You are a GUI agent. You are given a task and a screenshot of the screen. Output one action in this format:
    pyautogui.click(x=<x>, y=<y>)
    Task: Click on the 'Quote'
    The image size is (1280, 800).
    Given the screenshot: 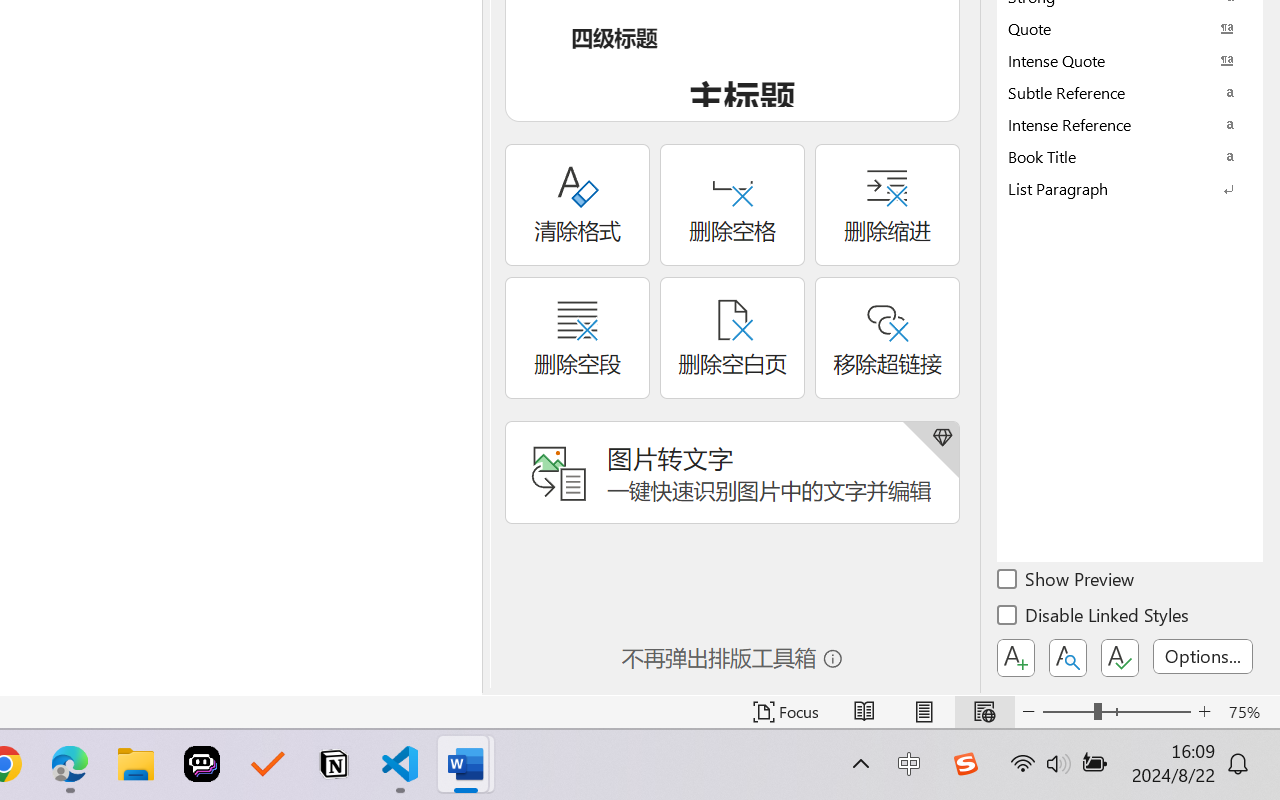 What is the action you would take?
    pyautogui.click(x=1130, y=28)
    